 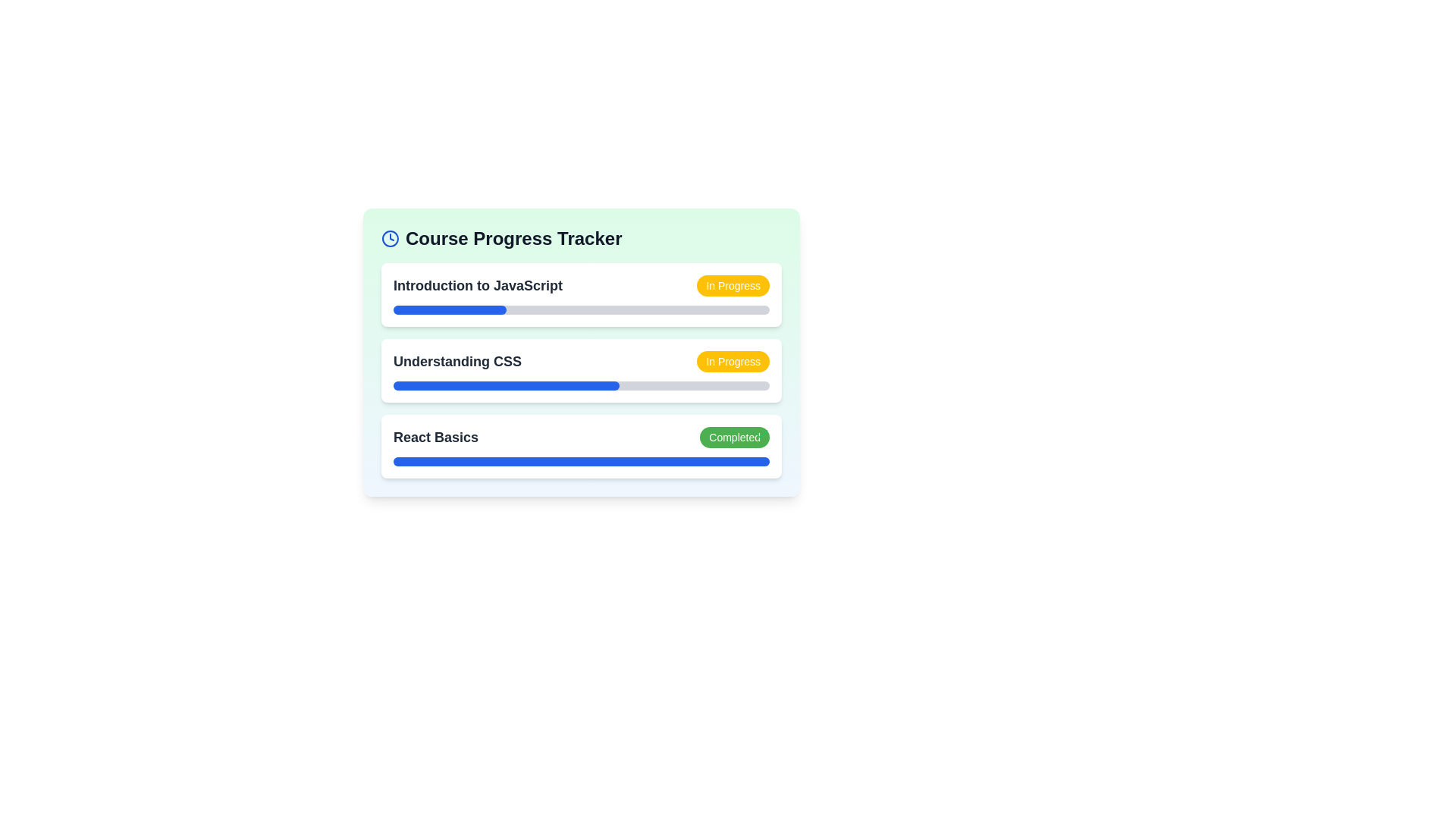 I want to click on progress details from the 'Understanding CSS' Progress card, which is the second card in the vertical list of progress cards within the 'Course Progress Tracker' section, so click(x=581, y=371).